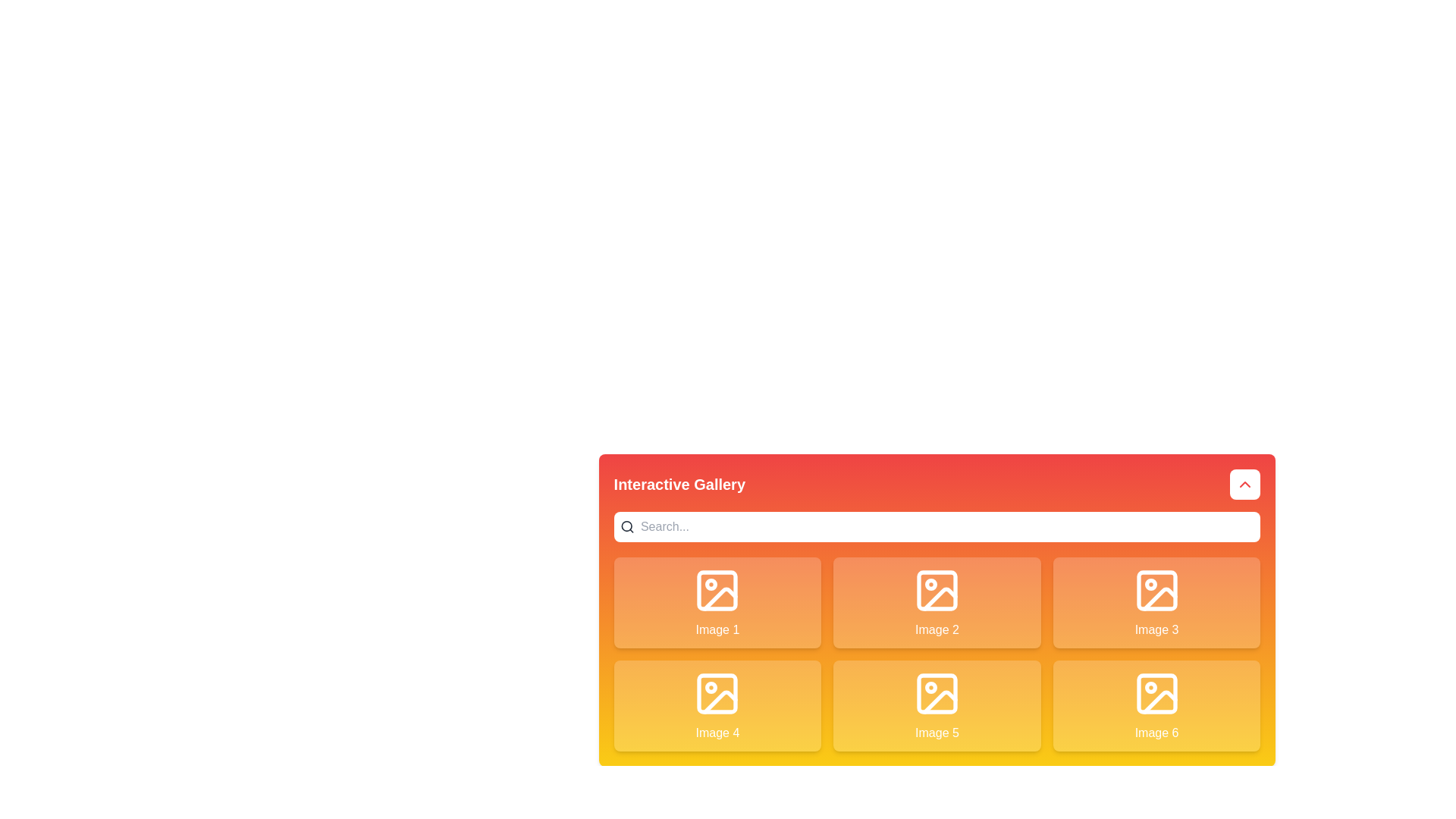  What do you see at coordinates (1156, 601) in the screenshot?
I see `the third card in the grid with a gradient orange background and the text caption 'Image 3'` at bounding box center [1156, 601].